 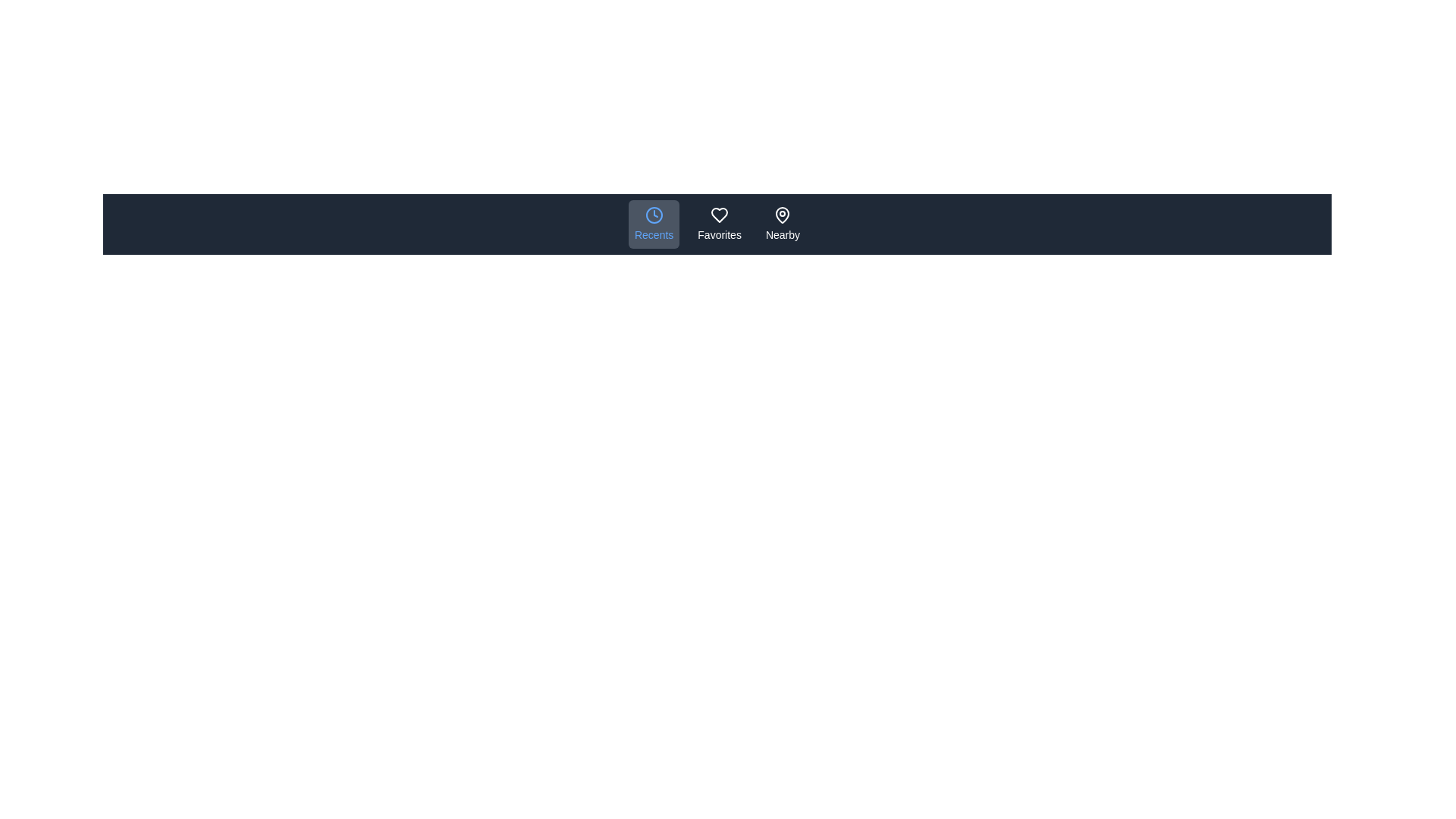 What do you see at coordinates (783, 224) in the screenshot?
I see `the navigation option labeled Nearby` at bounding box center [783, 224].